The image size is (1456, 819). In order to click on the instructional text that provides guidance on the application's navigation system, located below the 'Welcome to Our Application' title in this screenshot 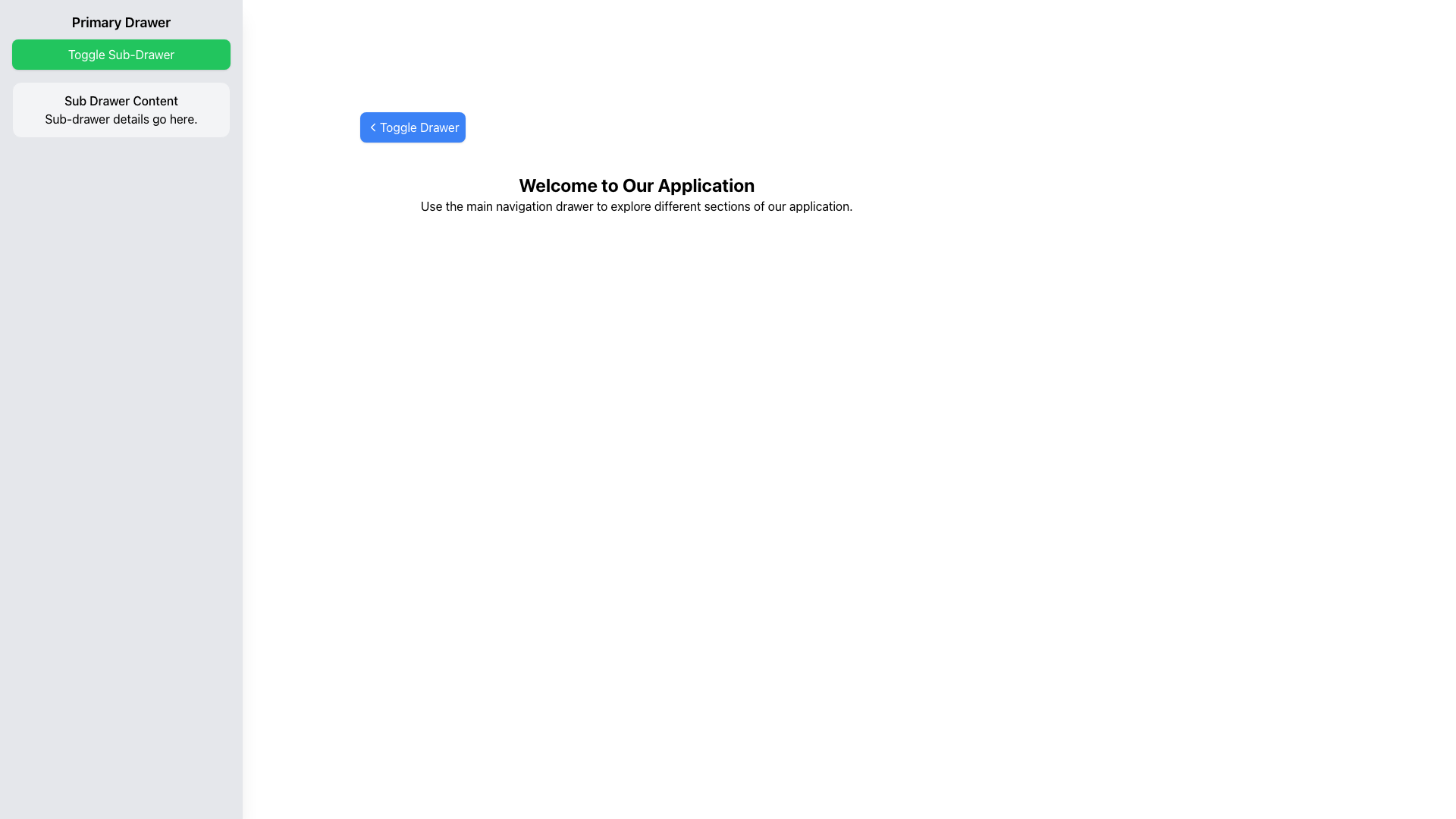, I will do `click(636, 206)`.